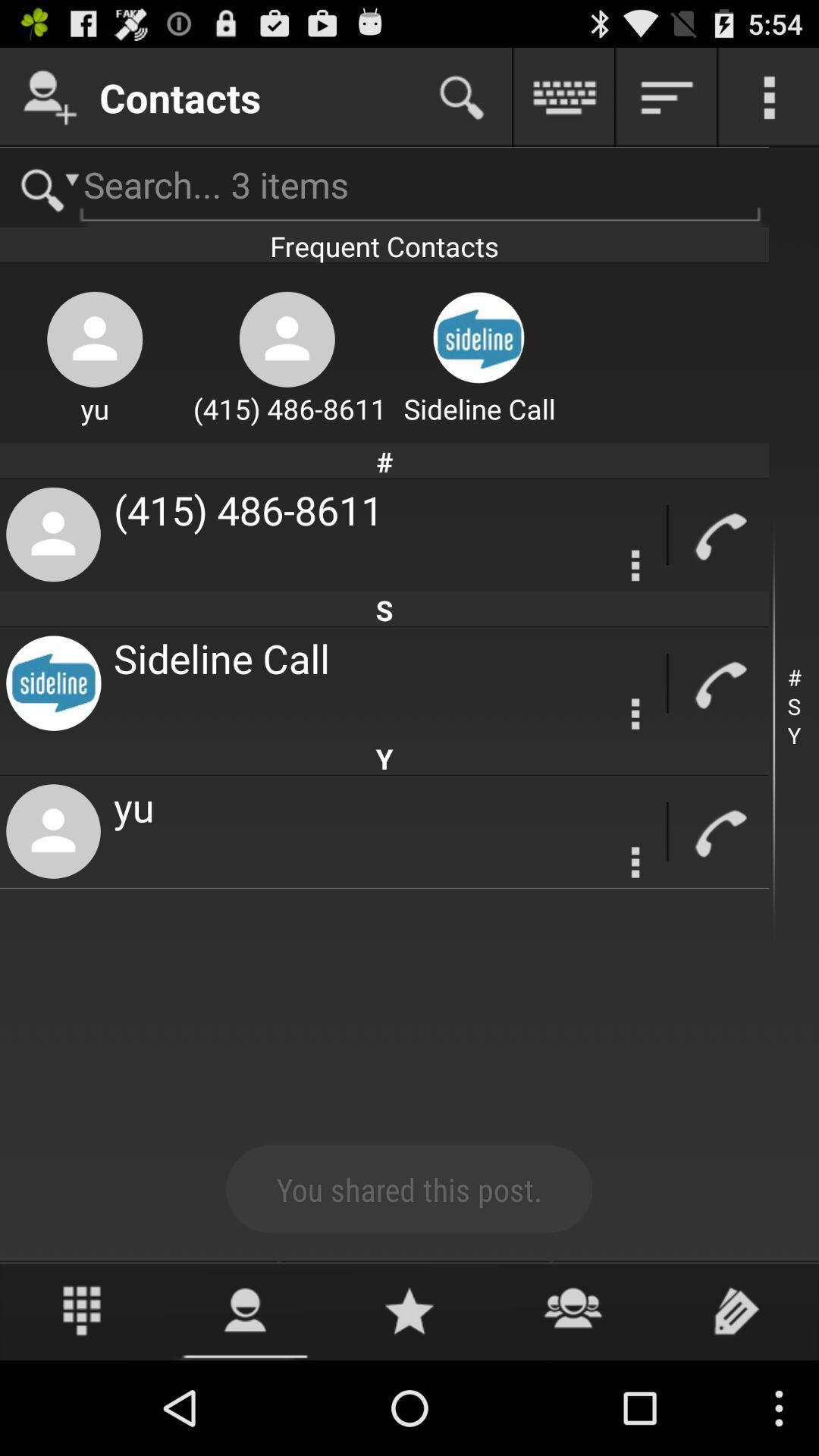  I want to click on show more, so click(769, 96).